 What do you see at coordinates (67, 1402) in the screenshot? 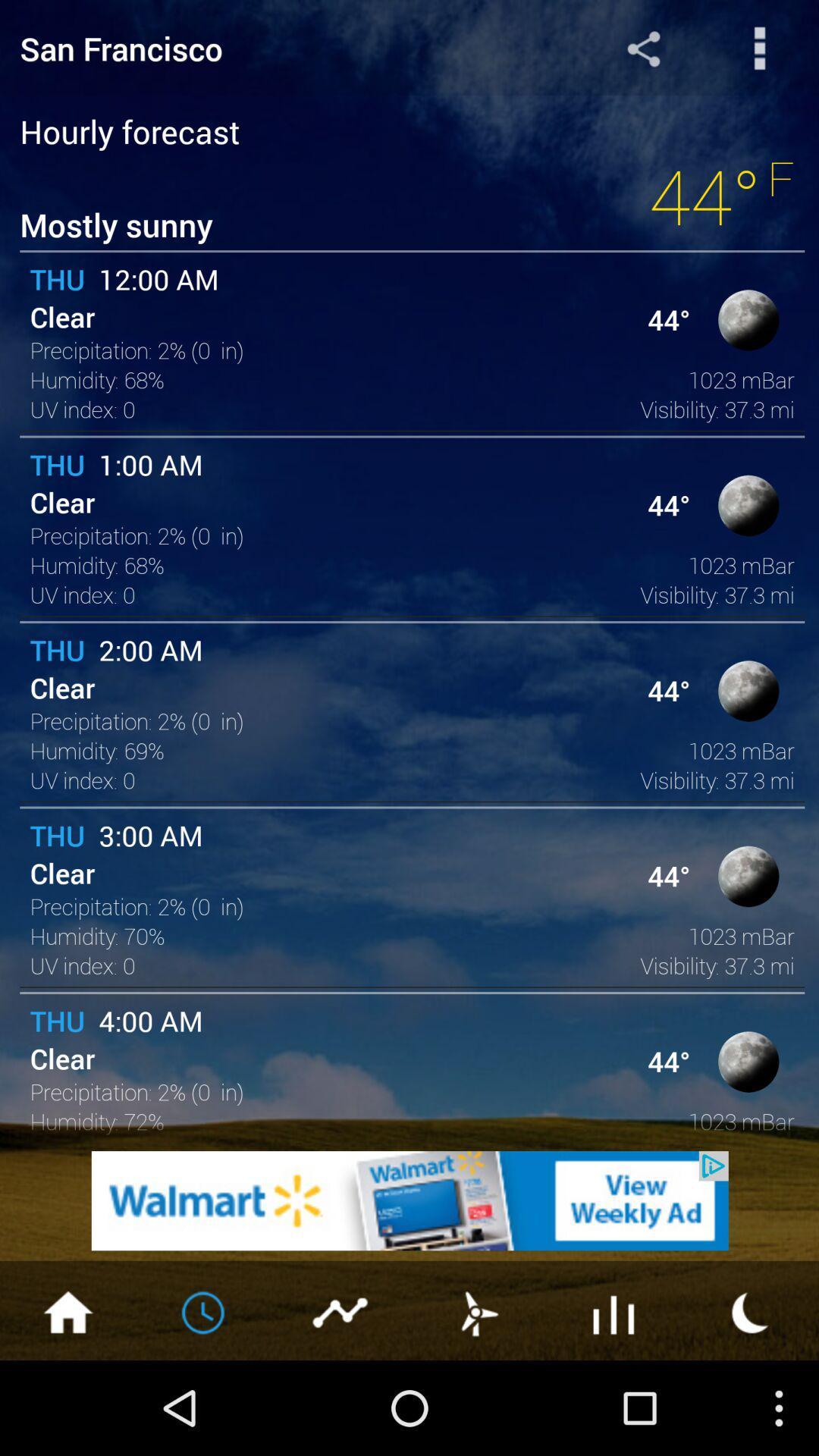
I see `the home icon` at bounding box center [67, 1402].